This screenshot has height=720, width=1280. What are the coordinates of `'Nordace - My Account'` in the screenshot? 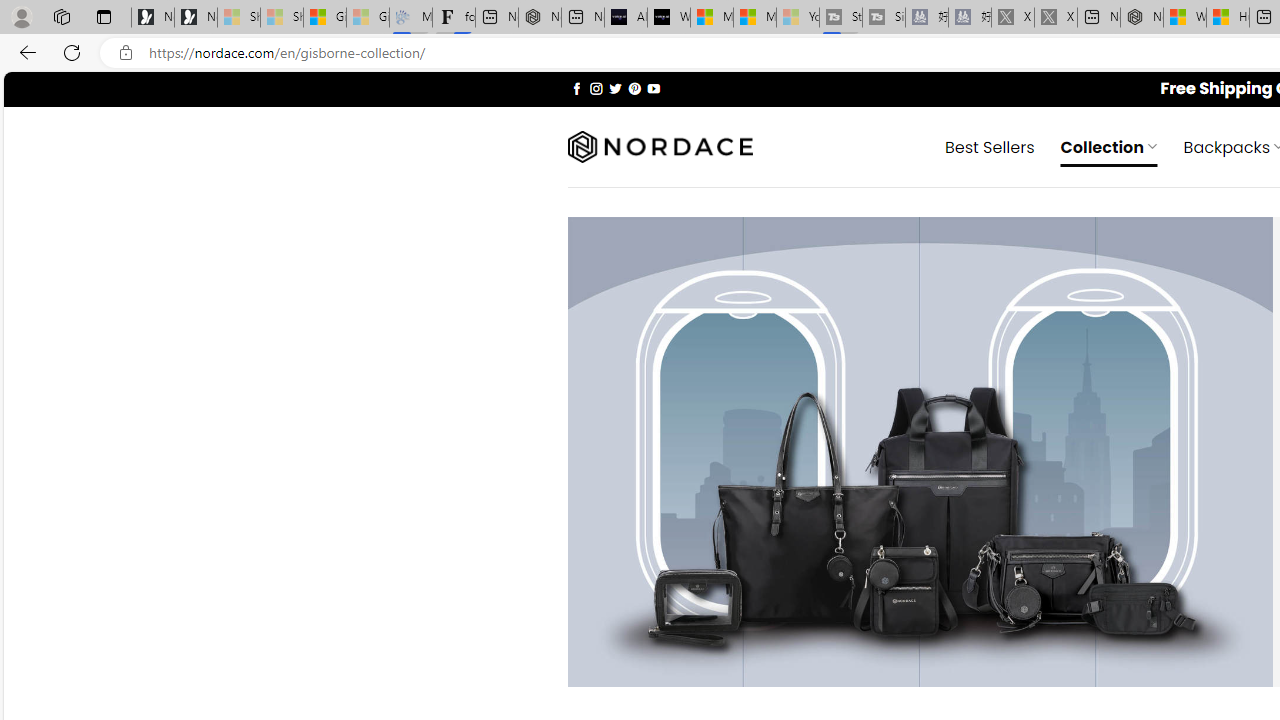 It's located at (1142, 17).